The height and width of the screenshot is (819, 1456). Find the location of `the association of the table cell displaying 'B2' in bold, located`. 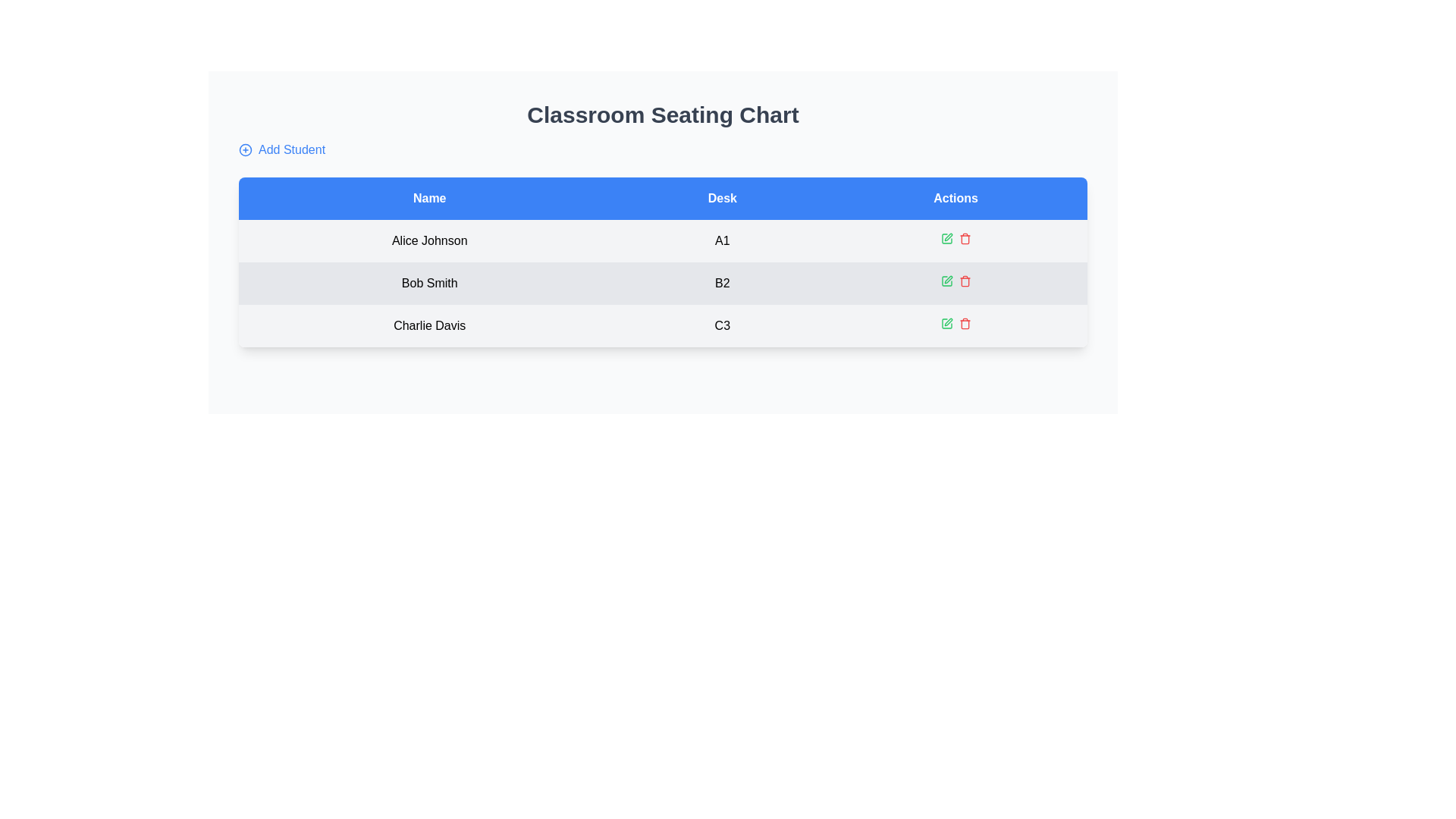

the association of the table cell displaying 'B2' in bold, located is located at coordinates (721, 284).